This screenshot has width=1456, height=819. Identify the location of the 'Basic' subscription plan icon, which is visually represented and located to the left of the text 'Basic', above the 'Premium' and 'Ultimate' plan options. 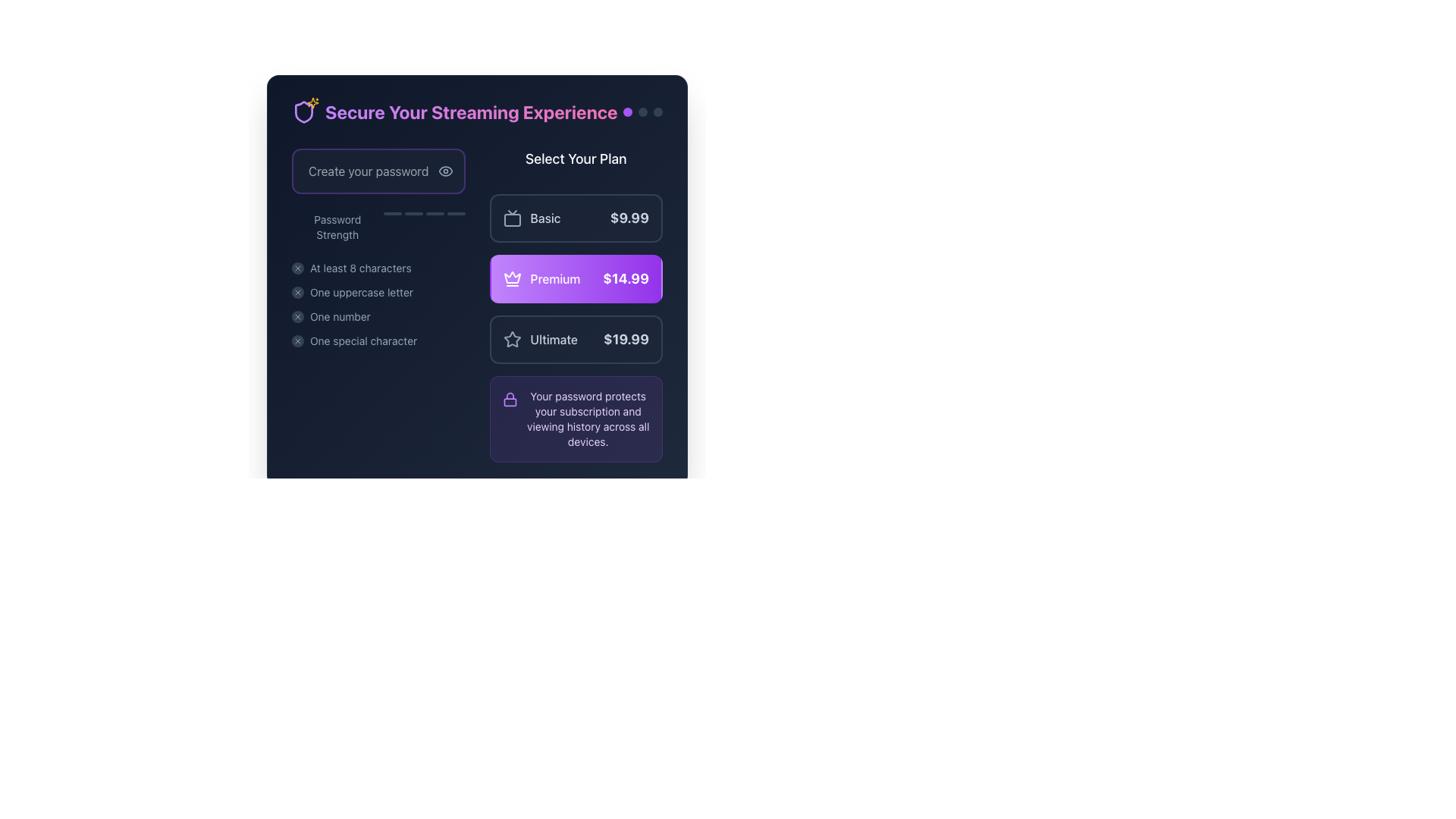
(512, 218).